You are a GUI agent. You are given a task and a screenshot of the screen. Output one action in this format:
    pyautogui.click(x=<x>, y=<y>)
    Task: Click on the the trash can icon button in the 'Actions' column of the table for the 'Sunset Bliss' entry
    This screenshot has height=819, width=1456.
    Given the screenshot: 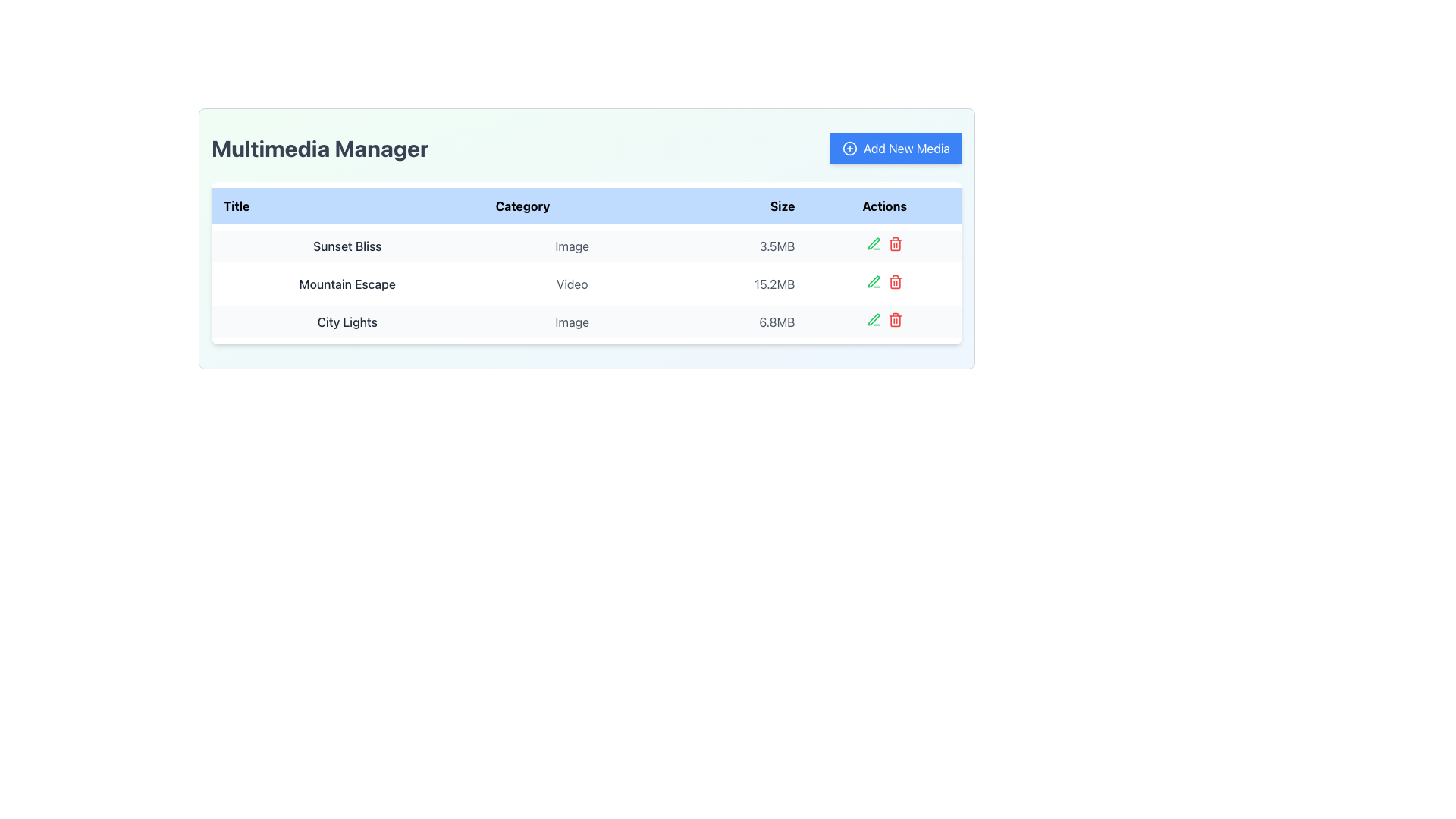 What is the action you would take?
    pyautogui.click(x=895, y=243)
    